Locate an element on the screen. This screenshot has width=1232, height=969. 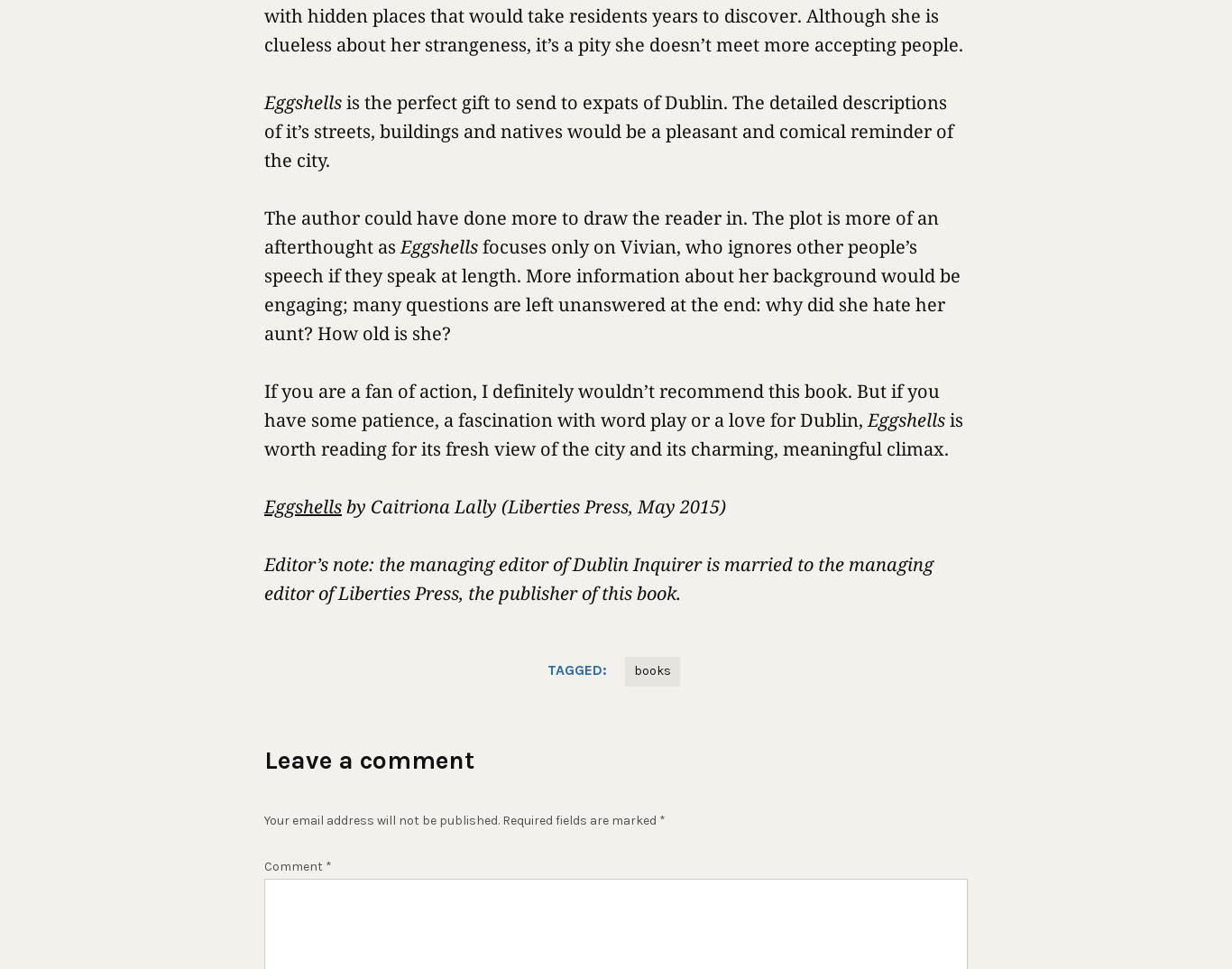
'Required fields are marked' is located at coordinates (502, 819).